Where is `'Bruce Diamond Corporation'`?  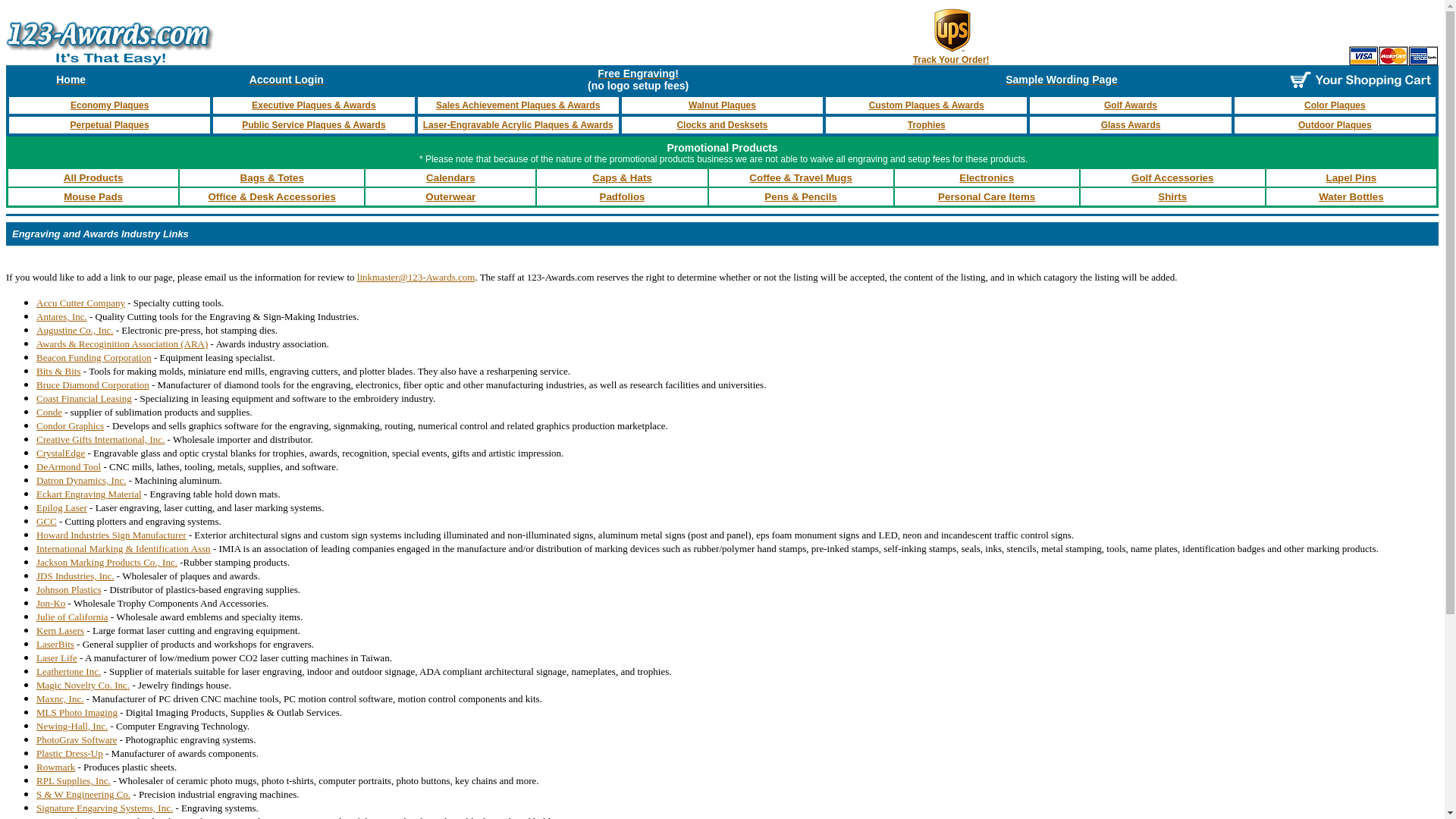 'Bruce Diamond Corporation' is located at coordinates (92, 384).